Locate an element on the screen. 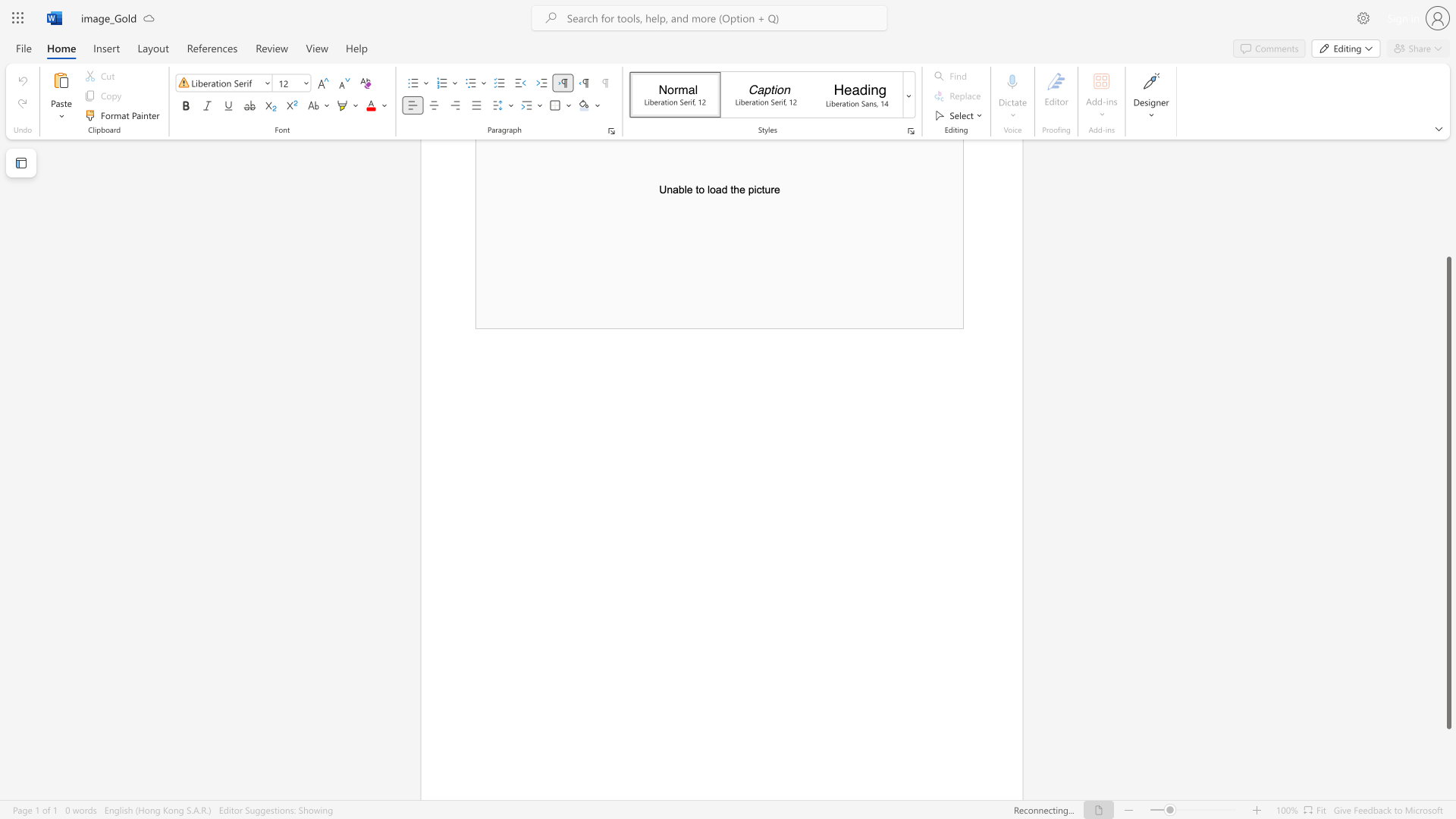  the scrollbar to move the content higher is located at coordinates (1448, 196).